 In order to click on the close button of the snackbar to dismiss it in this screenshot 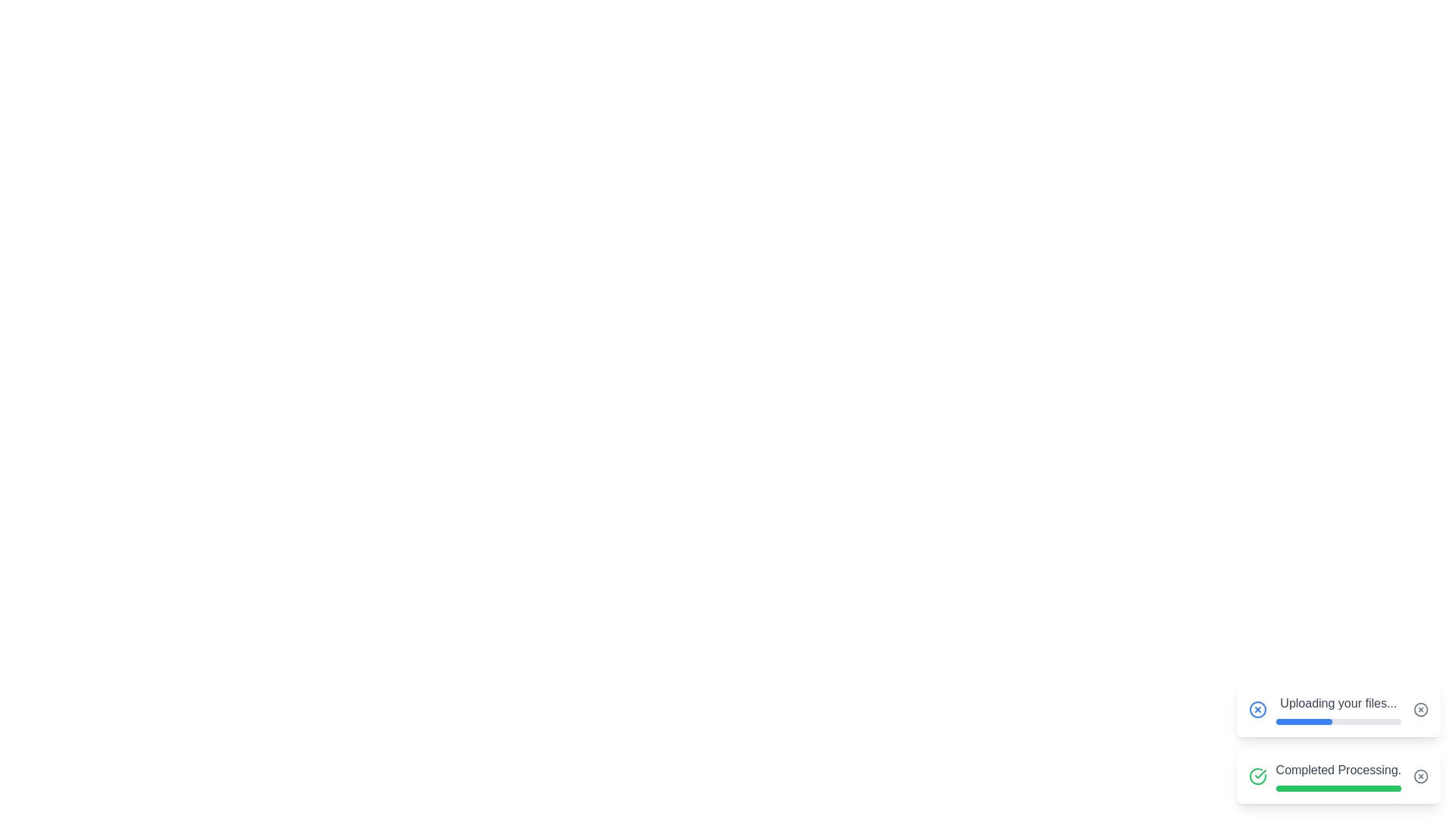, I will do `click(1420, 710)`.